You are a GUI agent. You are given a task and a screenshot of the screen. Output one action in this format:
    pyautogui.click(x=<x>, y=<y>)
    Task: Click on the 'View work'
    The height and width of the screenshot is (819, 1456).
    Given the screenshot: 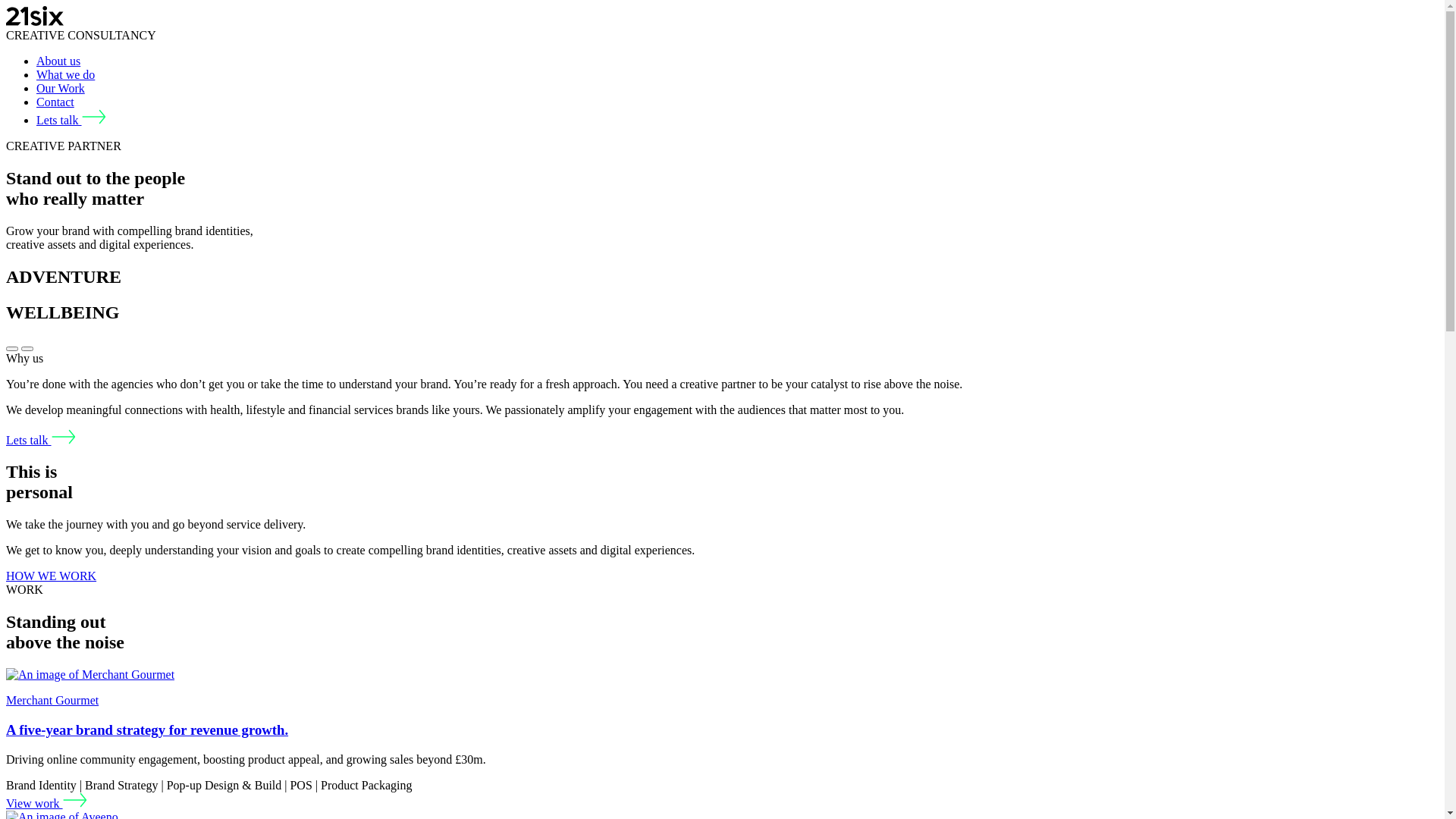 What is the action you would take?
    pyautogui.click(x=46, y=802)
    